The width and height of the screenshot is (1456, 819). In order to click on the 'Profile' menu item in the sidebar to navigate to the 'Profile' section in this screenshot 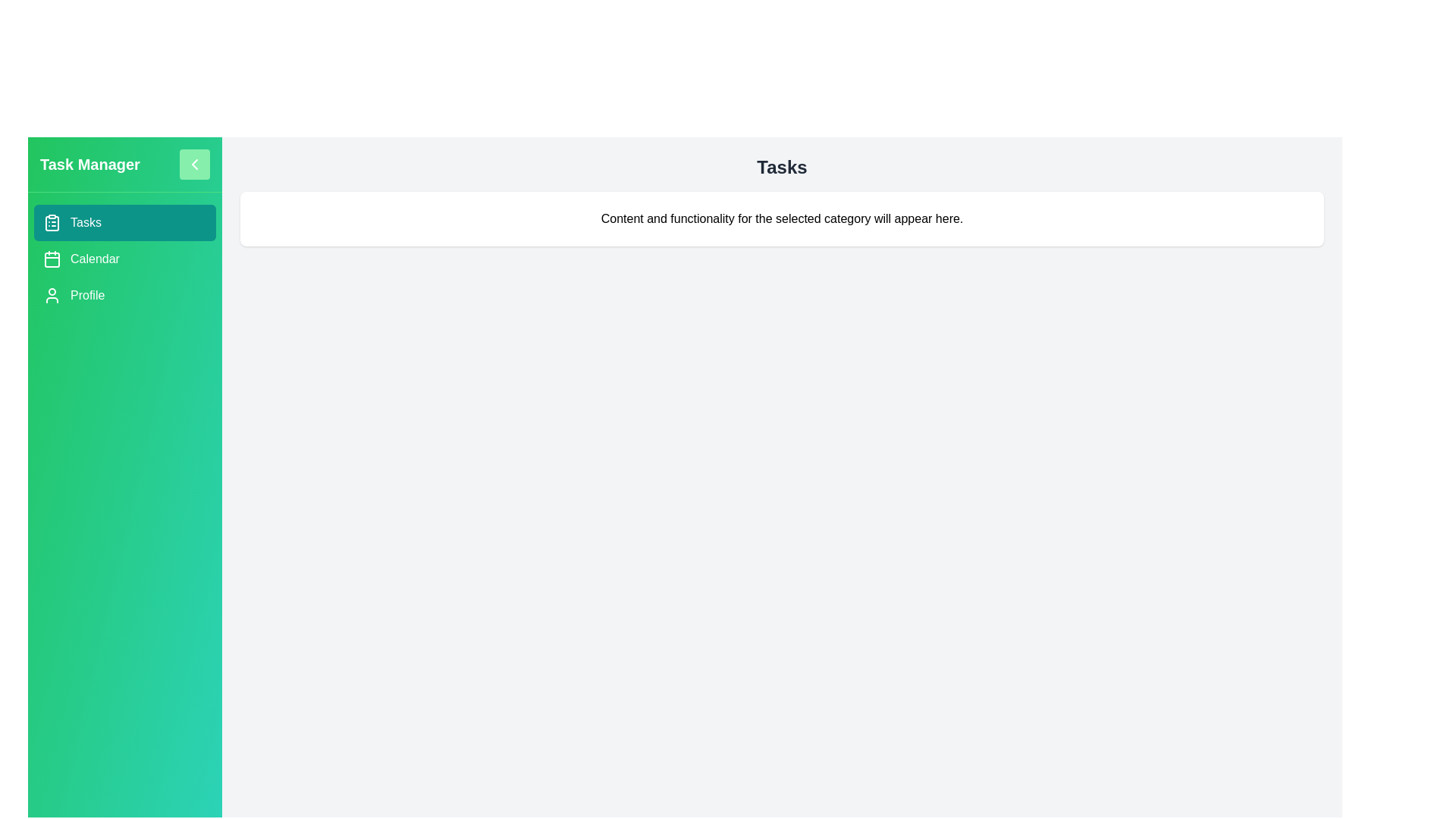, I will do `click(124, 295)`.